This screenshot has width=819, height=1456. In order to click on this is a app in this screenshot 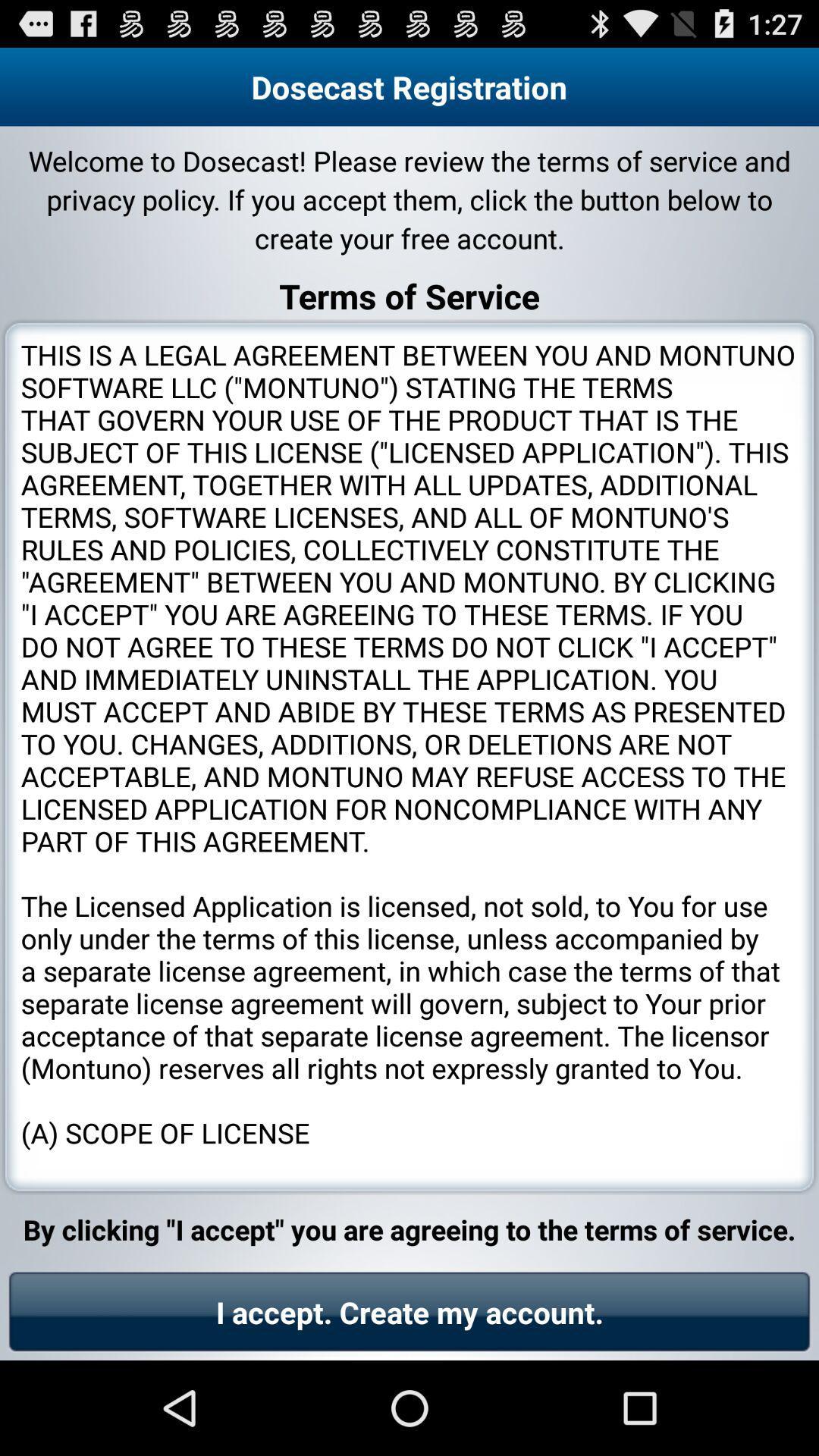, I will do `click(409, 757)`.